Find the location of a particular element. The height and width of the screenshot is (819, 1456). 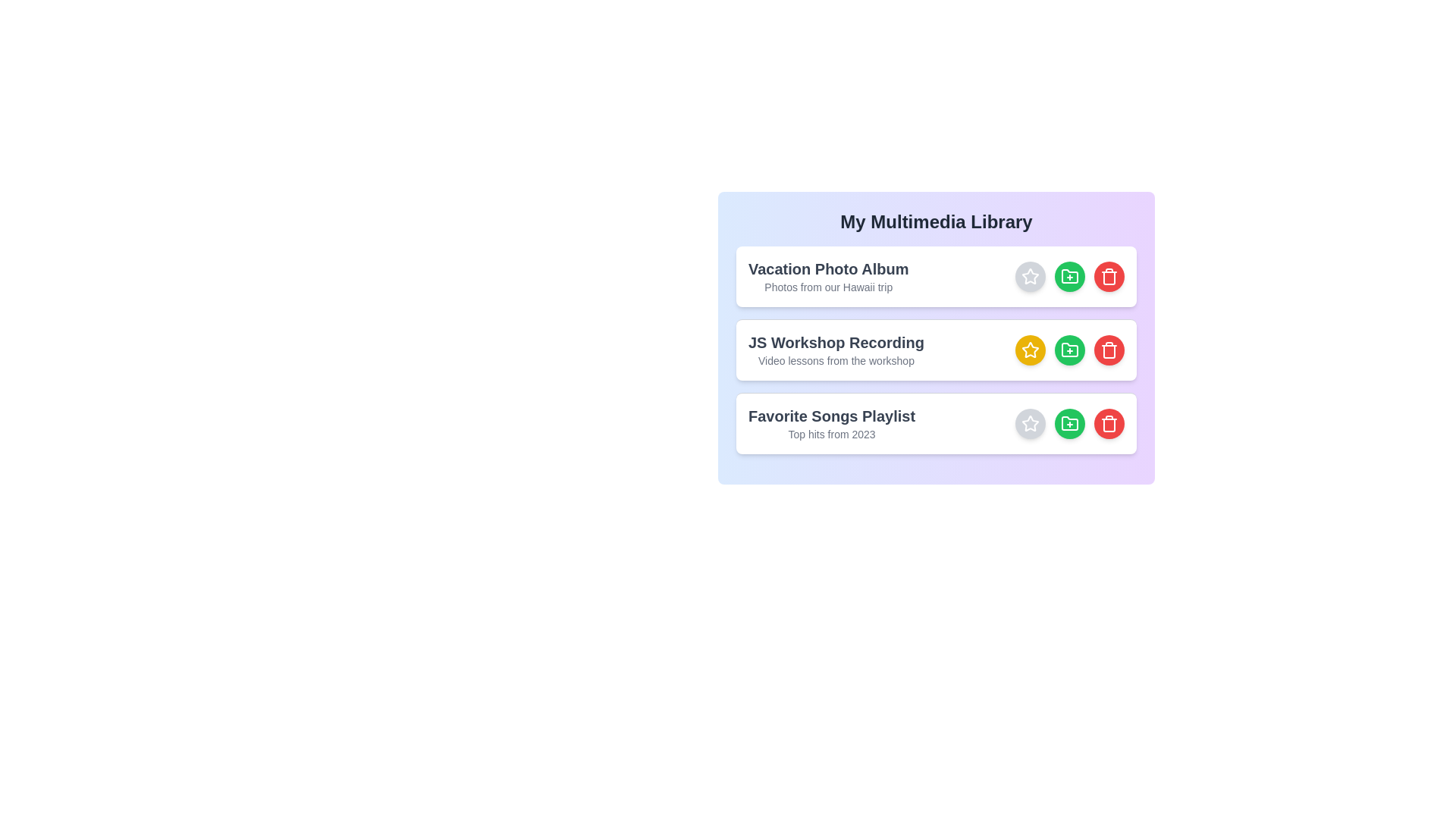

the deletion button with a trash icon located in the 'Favorite Songs Playlist' row is located at coordinates (1109, 350).